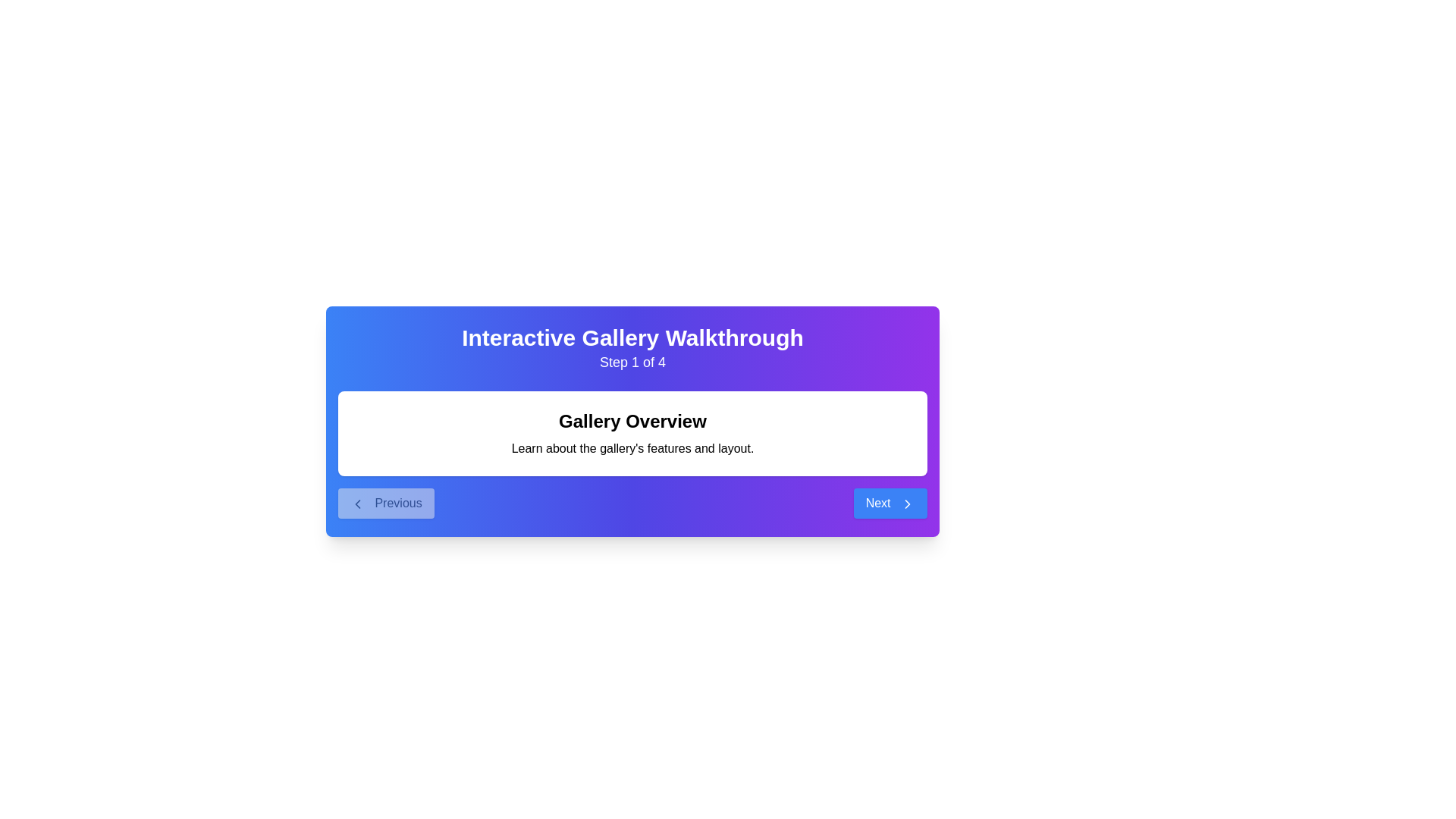  I want to click on the static text label providing additional information about the 'Gallery Overview' section, located beneath the heading within a rectangular white card, so click(632, 447).